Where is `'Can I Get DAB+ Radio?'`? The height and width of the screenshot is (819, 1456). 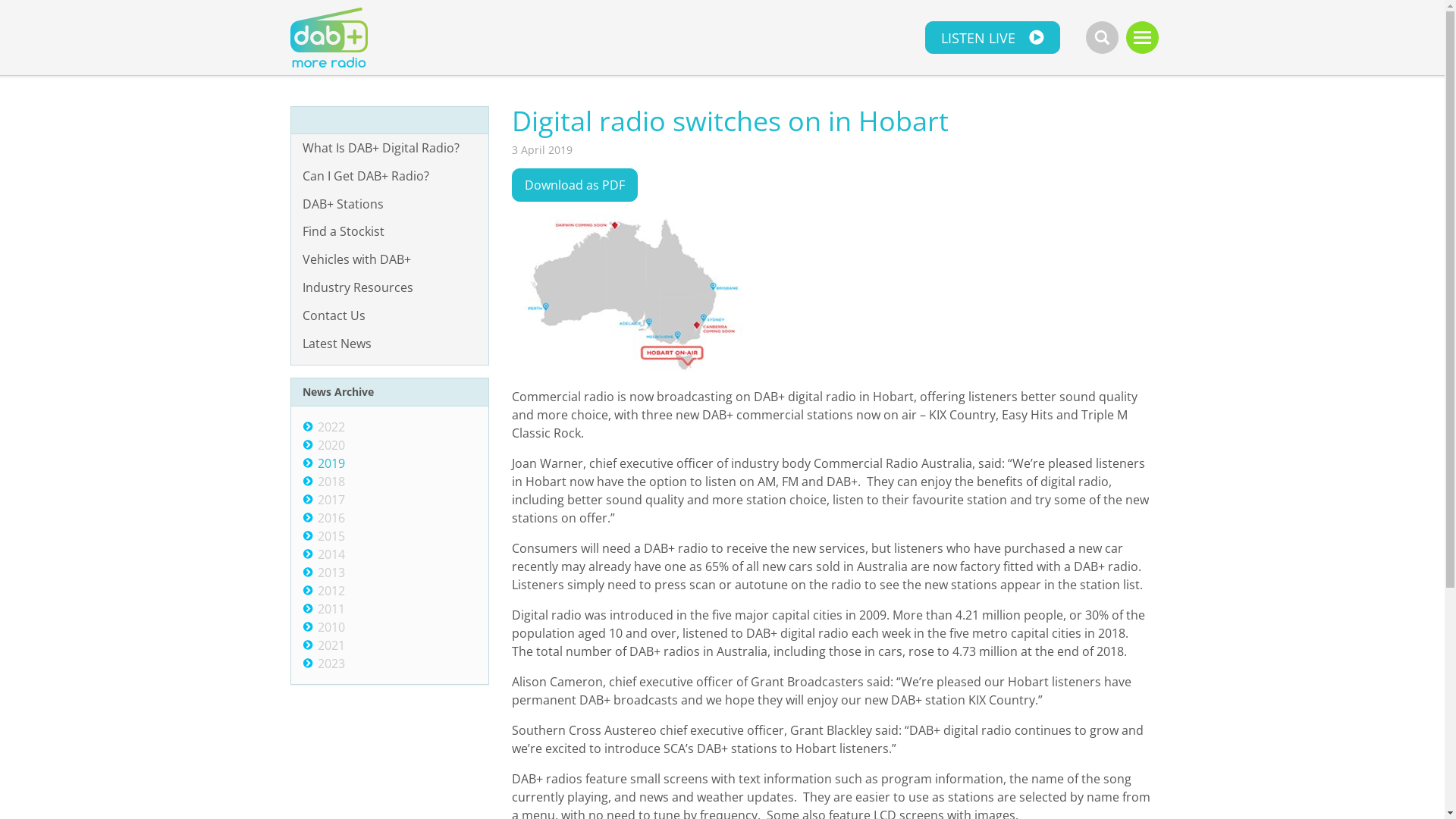
'Can I Get DAB+ Radio?' is located at coordinates (390, 175).